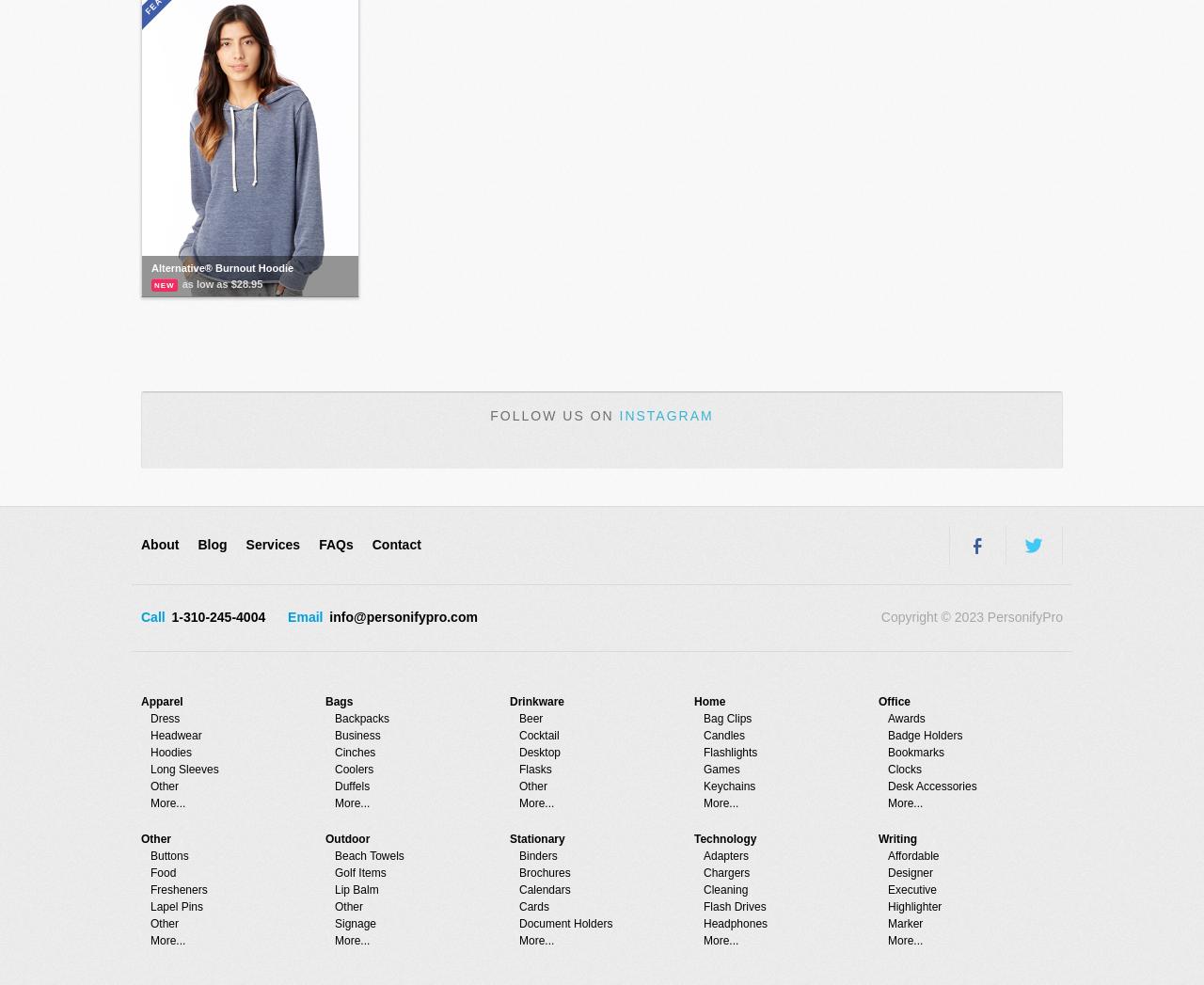 The width and height of the screenshot is (1204, 985). What do you see at coordinates (394, 543) in the screenshot?
I see `'Contact'` at bounding box center [394, 543].